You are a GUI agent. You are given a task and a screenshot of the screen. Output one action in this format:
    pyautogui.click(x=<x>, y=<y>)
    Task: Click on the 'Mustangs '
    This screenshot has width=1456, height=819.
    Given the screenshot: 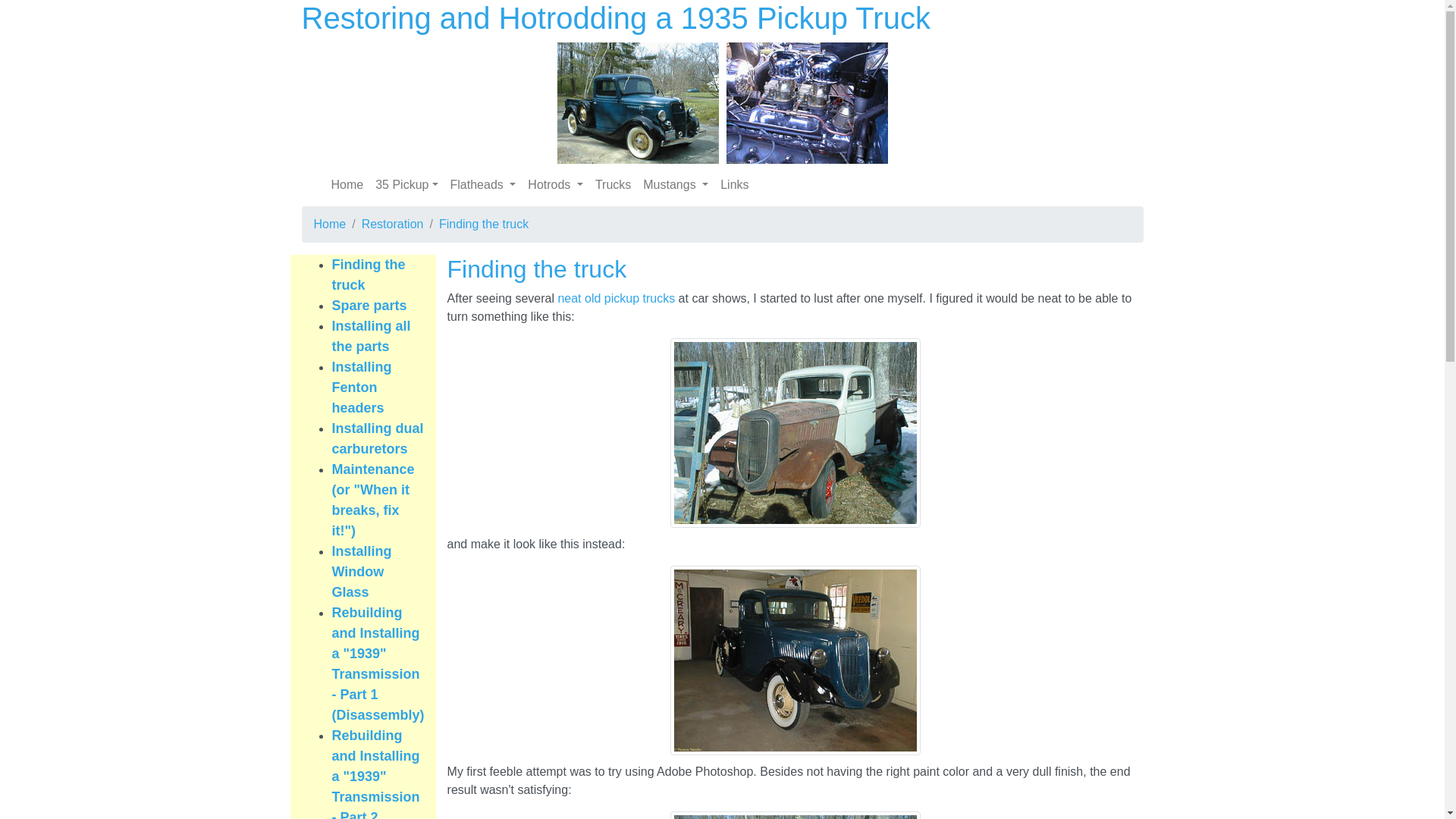 What is the action you would take?
    pyautogui.click(x=637, y=184)
    